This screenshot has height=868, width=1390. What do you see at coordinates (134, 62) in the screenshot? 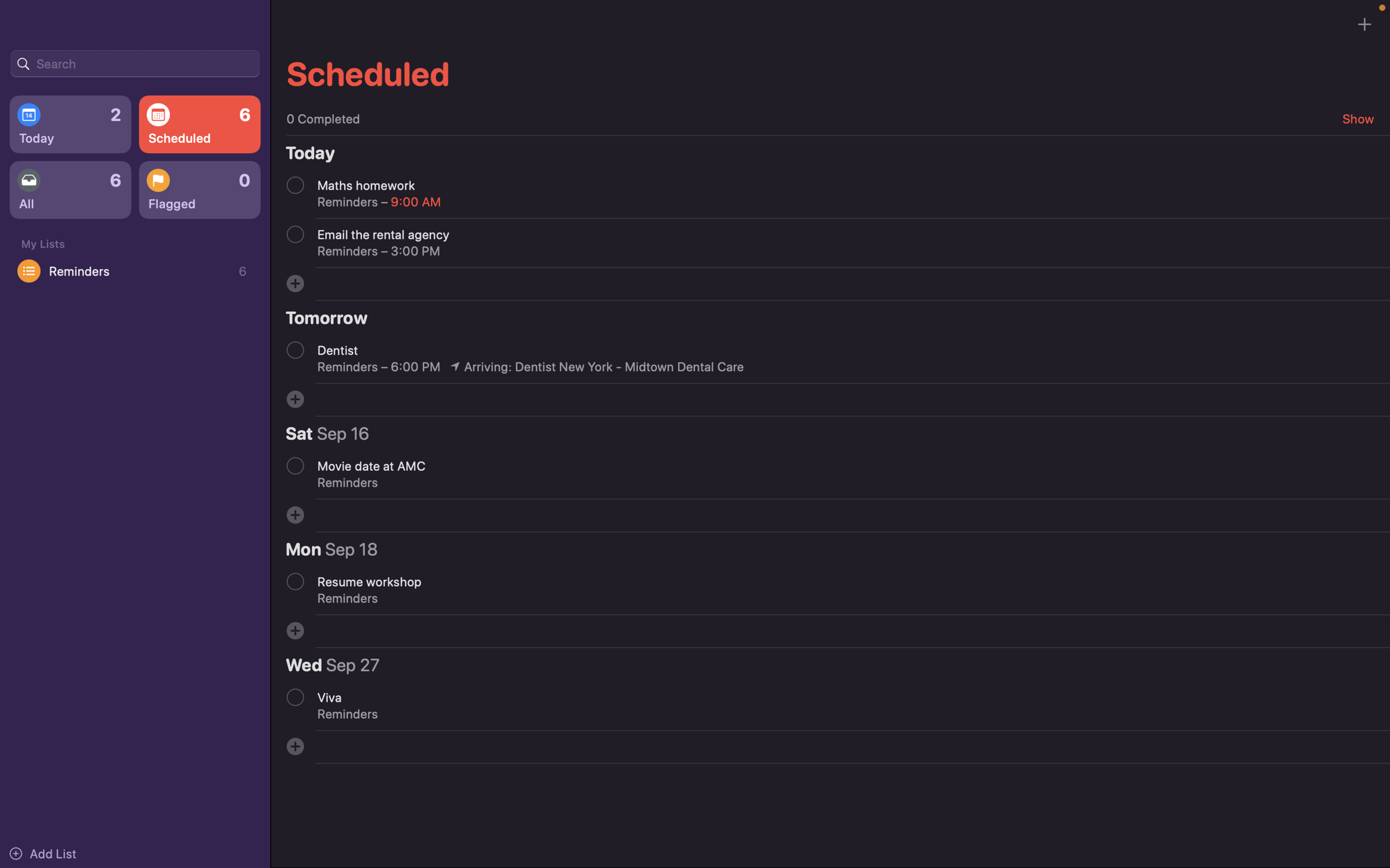
I see `the "Josh birthday" event` at bounding box center [134, 62].